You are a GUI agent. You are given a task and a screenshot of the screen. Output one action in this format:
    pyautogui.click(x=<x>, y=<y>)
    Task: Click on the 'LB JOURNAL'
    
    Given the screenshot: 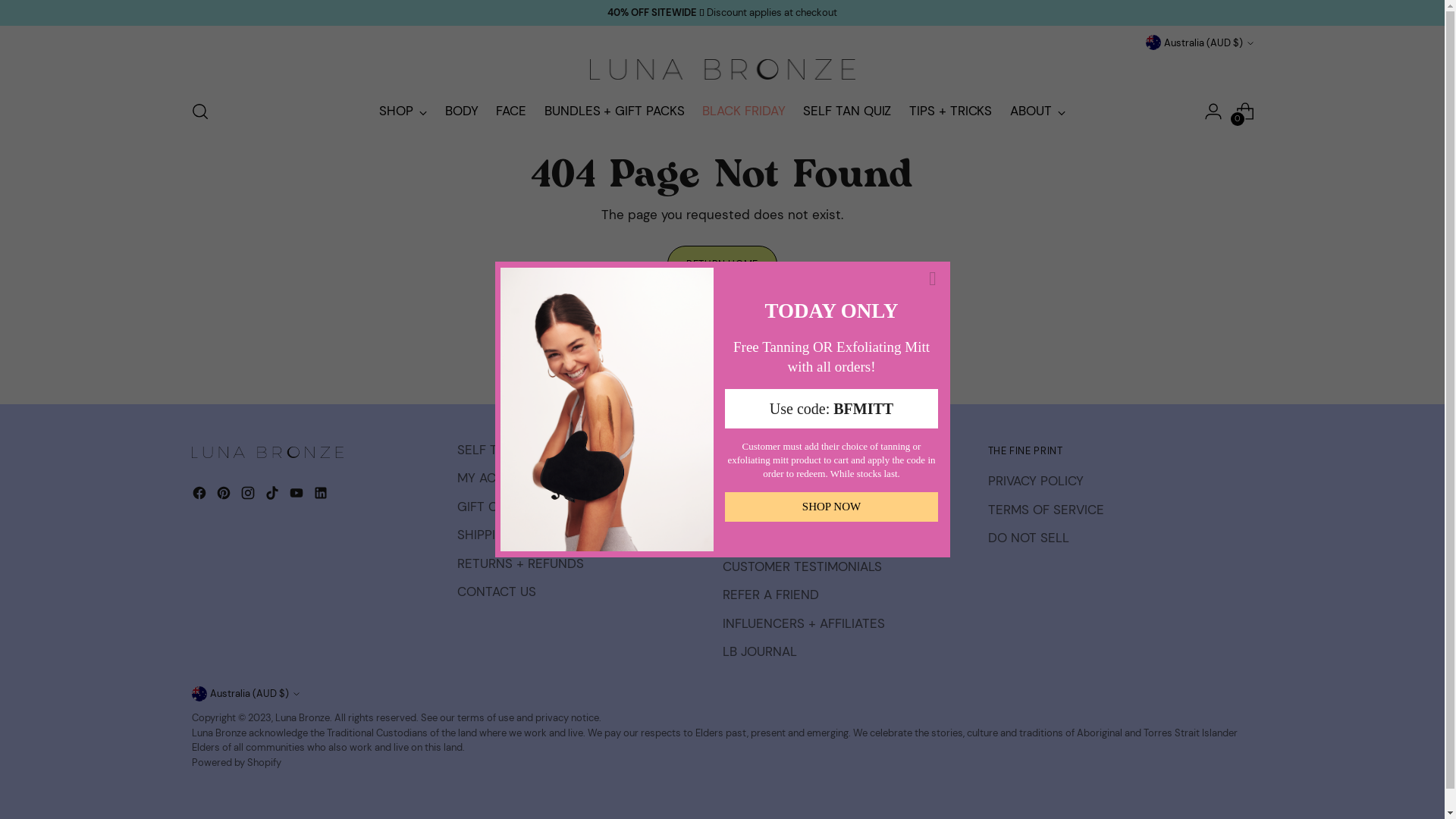 What is the action you would take?
    pyautogui.click(x=759, y=651)
    